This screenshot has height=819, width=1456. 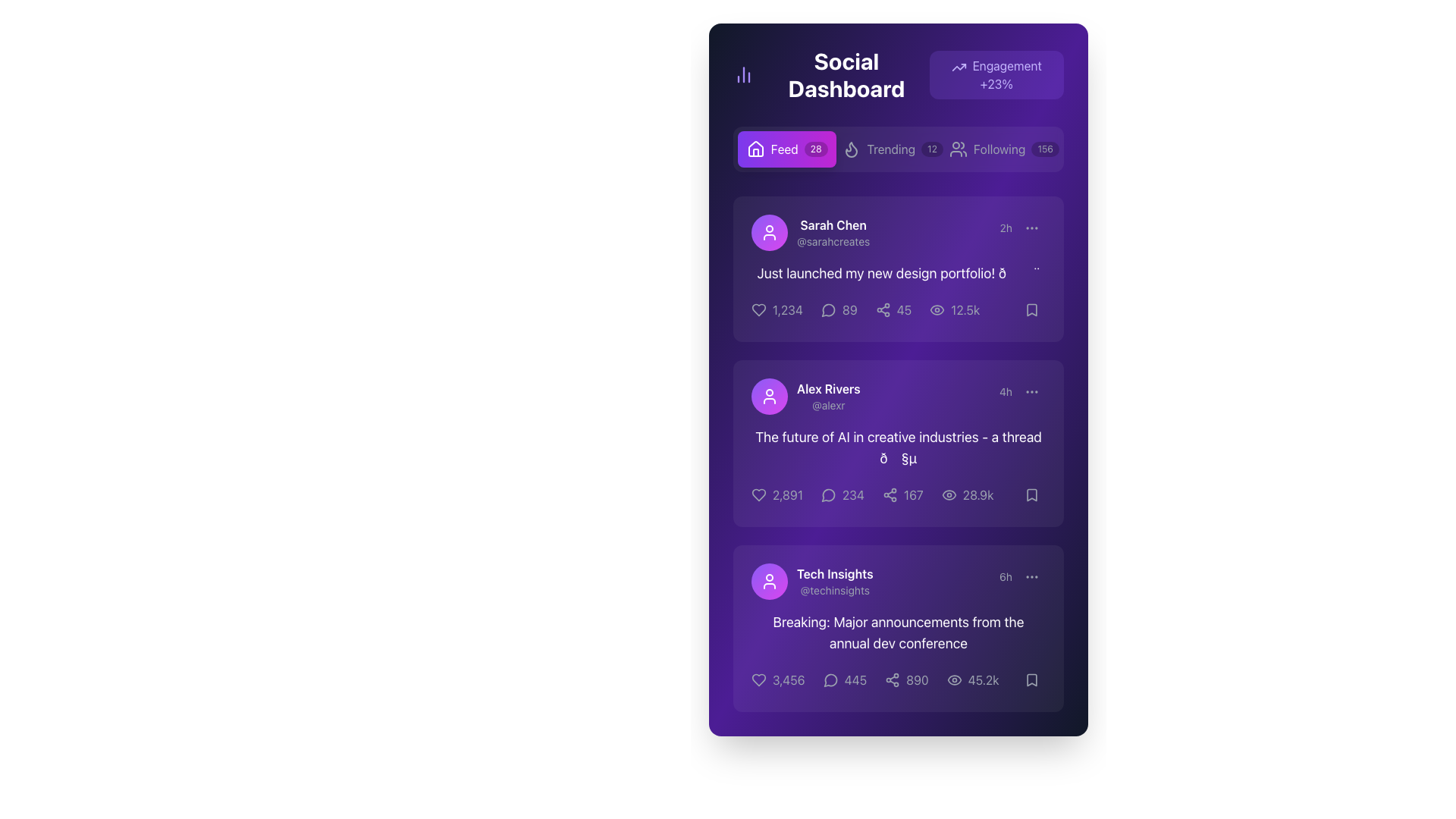 What do you see at coordinates (778, 679) in the screenshot?
I see `the heart icon of the interactive counter displaying '3,456' likes in the bottom-left corner of the 'Tech Insights' card to like or unlike the post` at bounding box center [778, 679].